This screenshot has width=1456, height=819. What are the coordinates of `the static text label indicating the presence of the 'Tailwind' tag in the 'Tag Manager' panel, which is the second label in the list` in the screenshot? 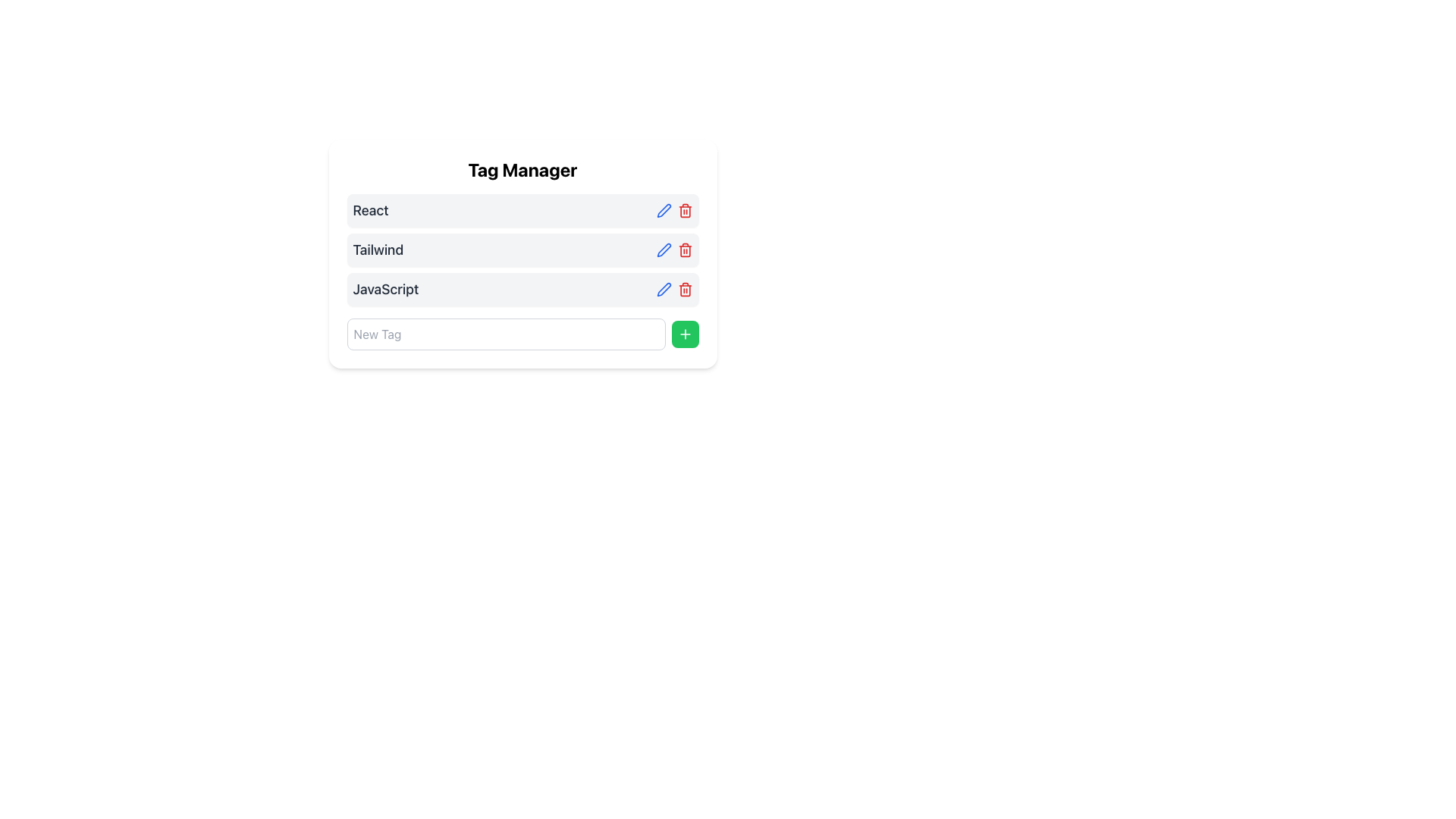 It's located at (378, 249).